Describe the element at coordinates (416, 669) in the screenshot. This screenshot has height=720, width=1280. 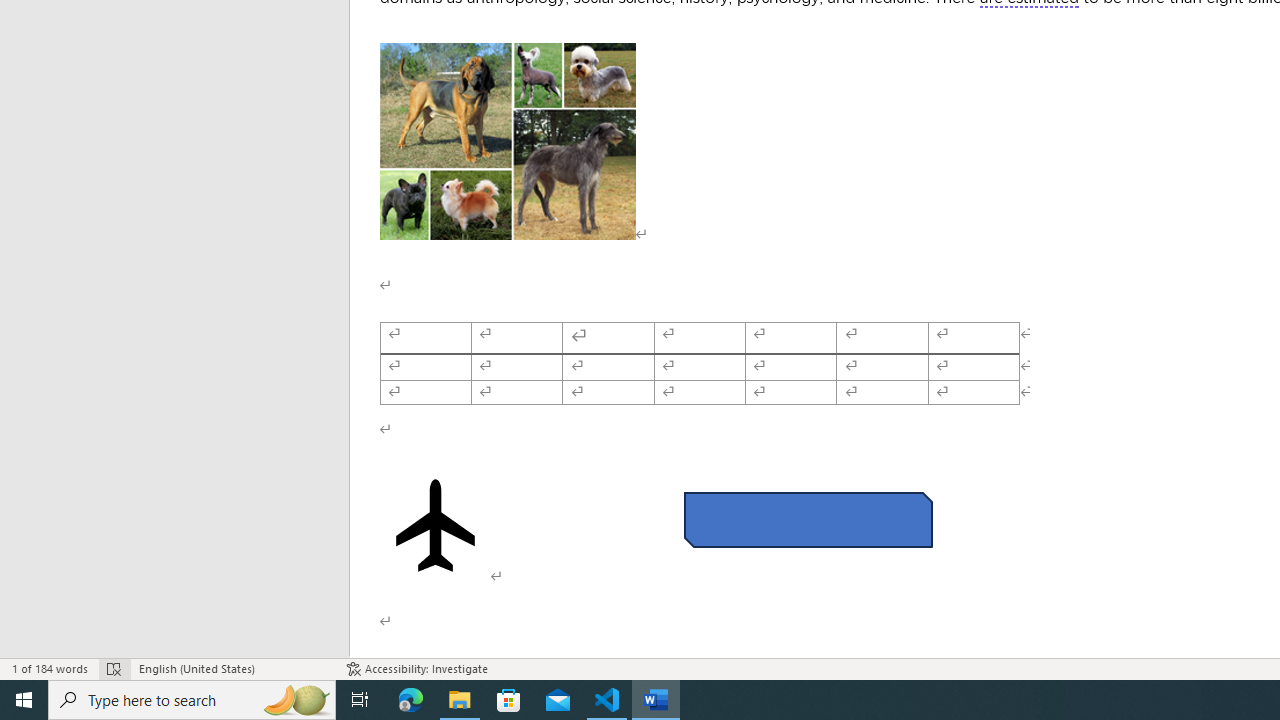
I see `'Accessibility Checker Accessibility: Investigate'` at that location.